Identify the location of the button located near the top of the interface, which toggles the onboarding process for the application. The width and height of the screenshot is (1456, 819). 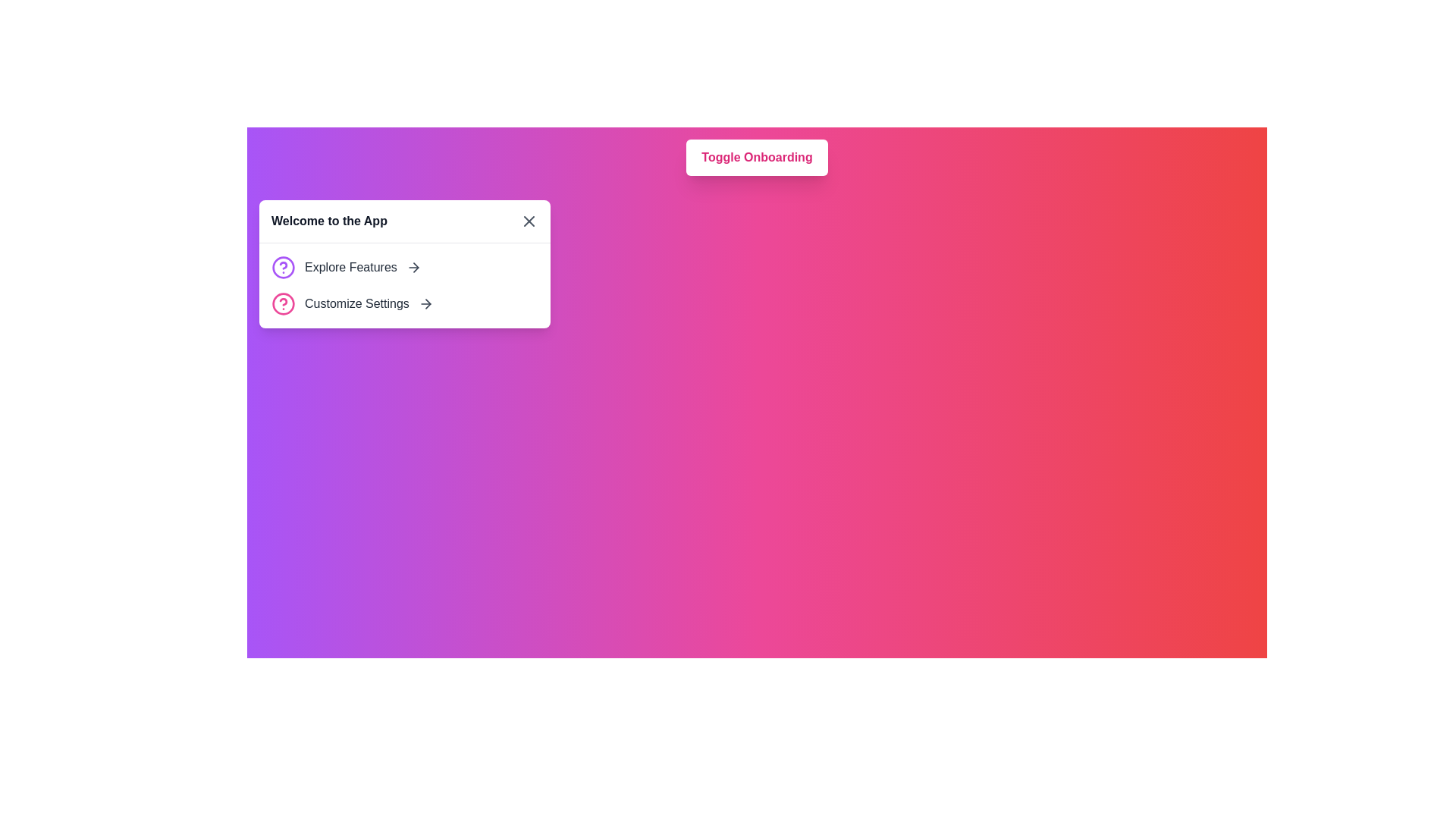
(757, 158).